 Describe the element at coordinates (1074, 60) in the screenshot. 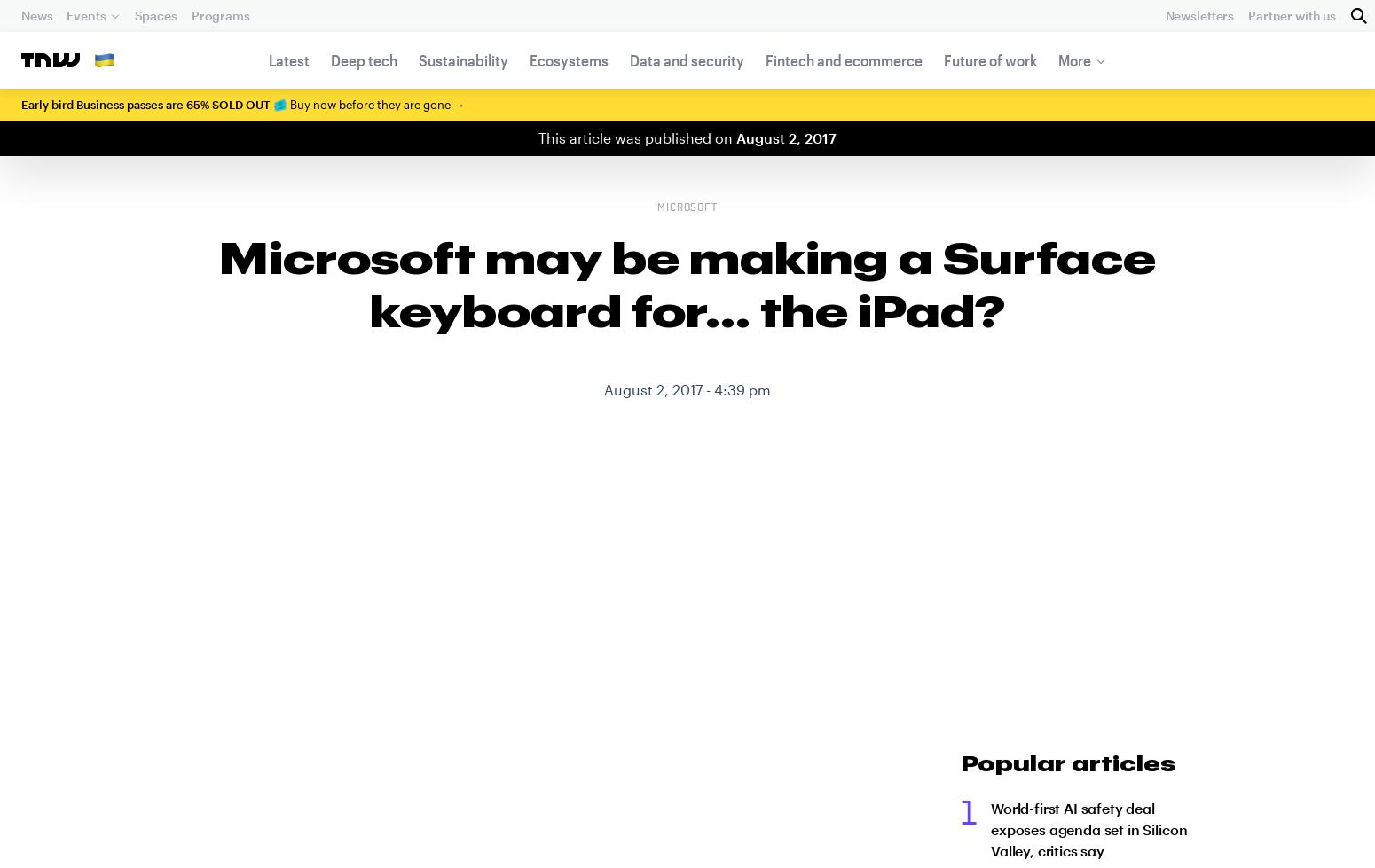

I see `'More'` at that location.